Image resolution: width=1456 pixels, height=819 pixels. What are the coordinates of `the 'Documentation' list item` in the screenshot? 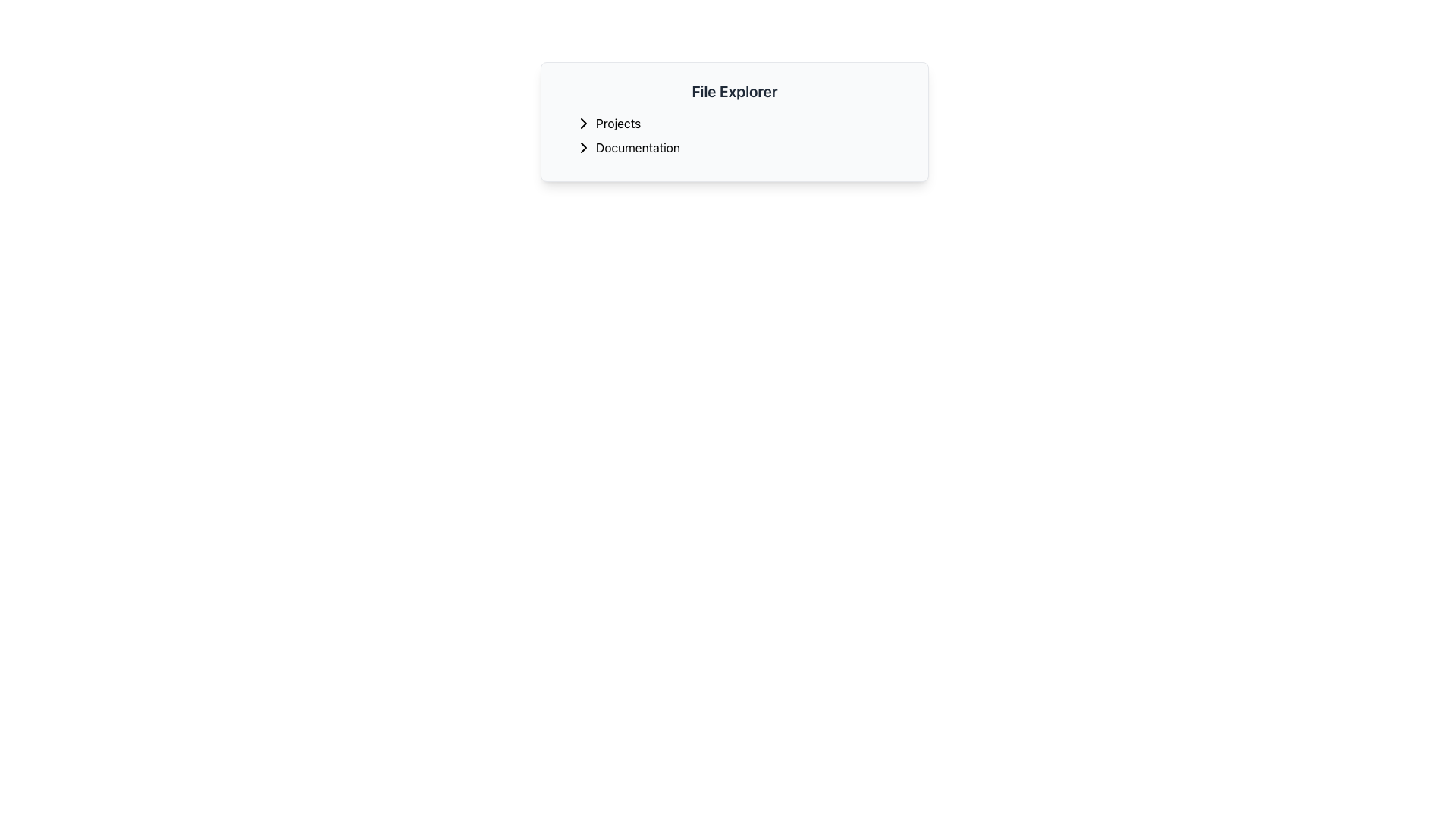 It's located at (742, 148).